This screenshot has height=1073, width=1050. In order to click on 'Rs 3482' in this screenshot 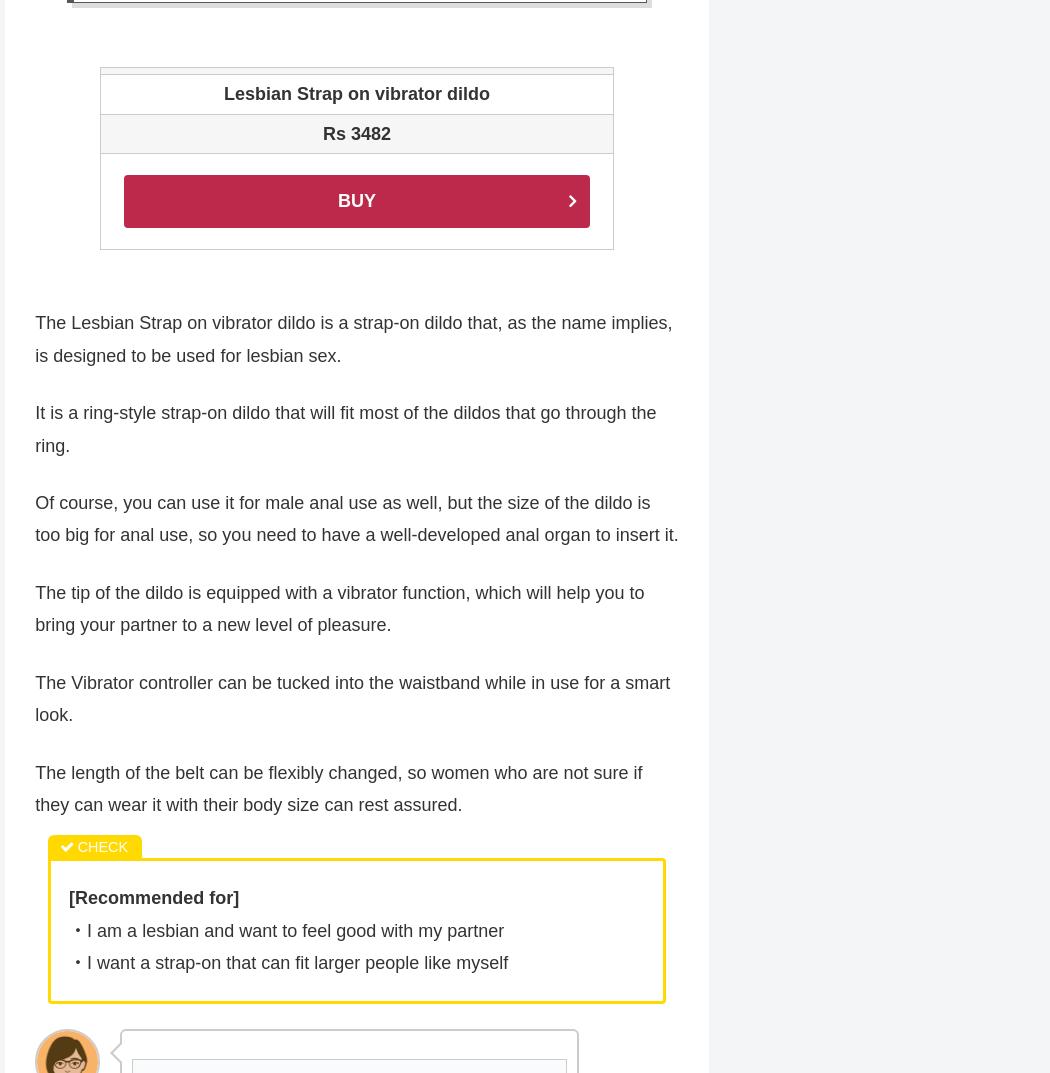, I will do `click(355, 133)`.